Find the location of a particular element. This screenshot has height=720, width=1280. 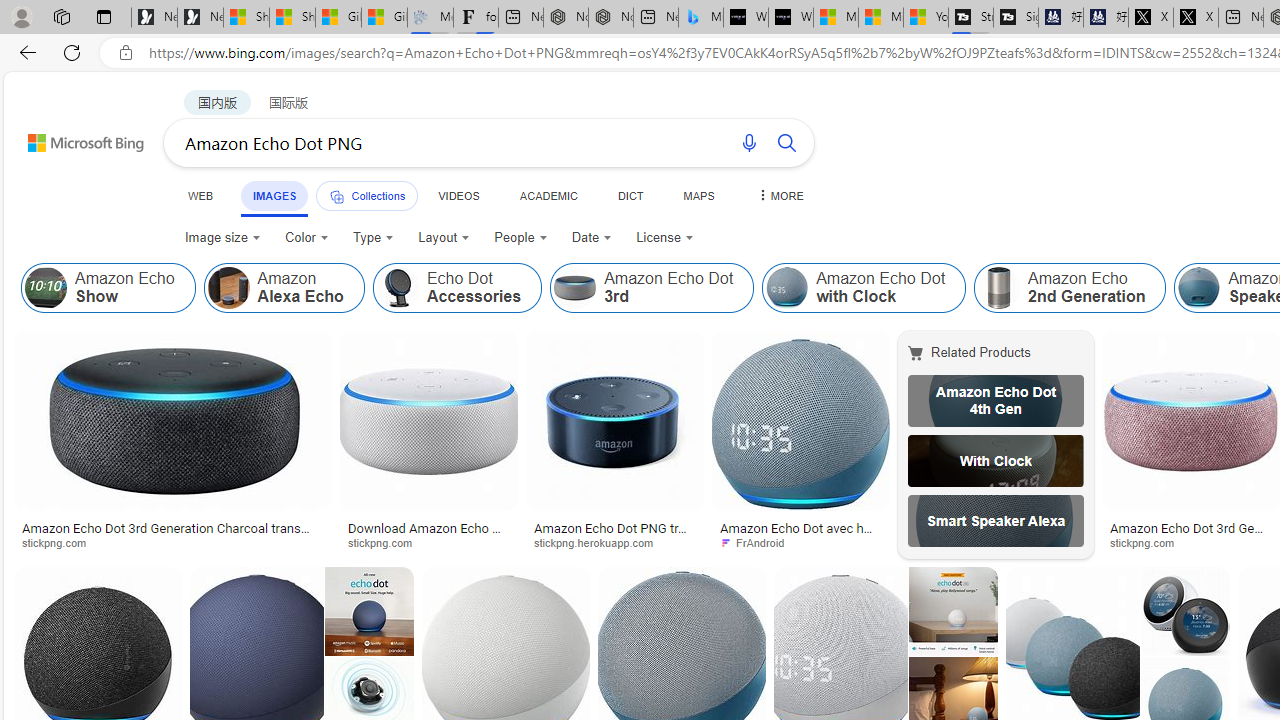

'VIDEOS' is located at coordinates (457, 195).